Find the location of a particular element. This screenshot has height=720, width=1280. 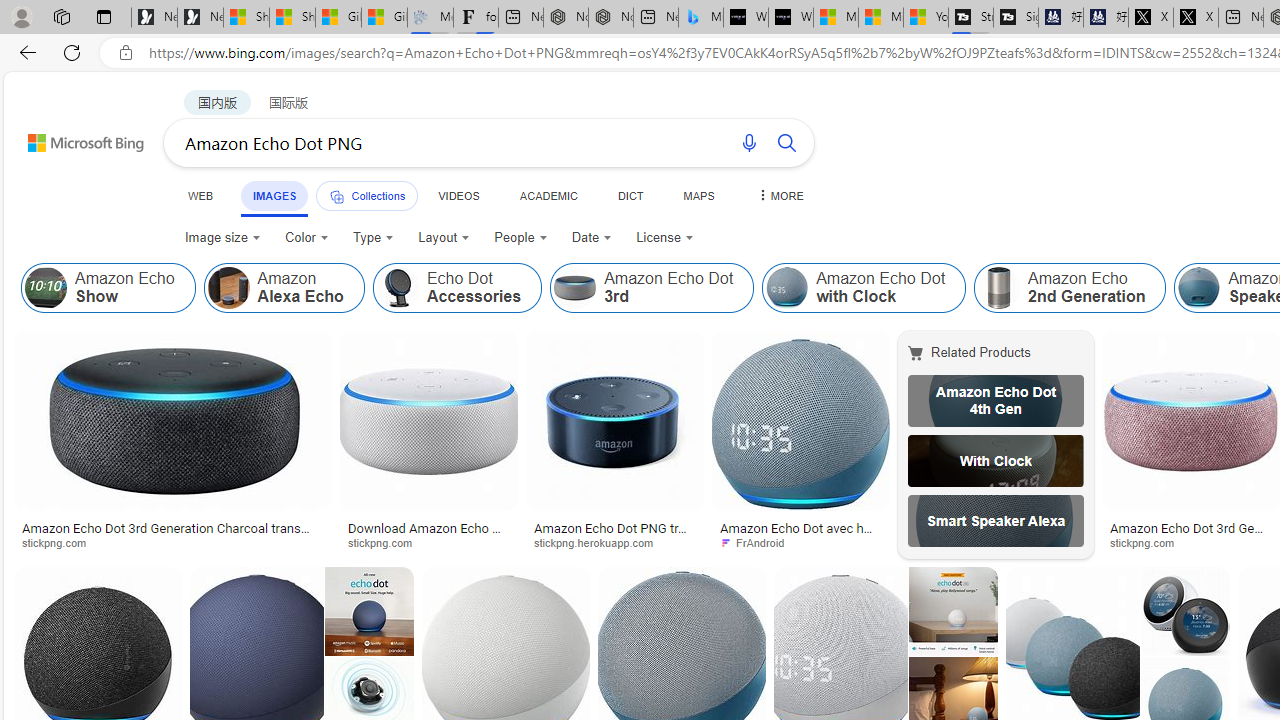

'VIDEOS' is located at coordinates (457, 195).